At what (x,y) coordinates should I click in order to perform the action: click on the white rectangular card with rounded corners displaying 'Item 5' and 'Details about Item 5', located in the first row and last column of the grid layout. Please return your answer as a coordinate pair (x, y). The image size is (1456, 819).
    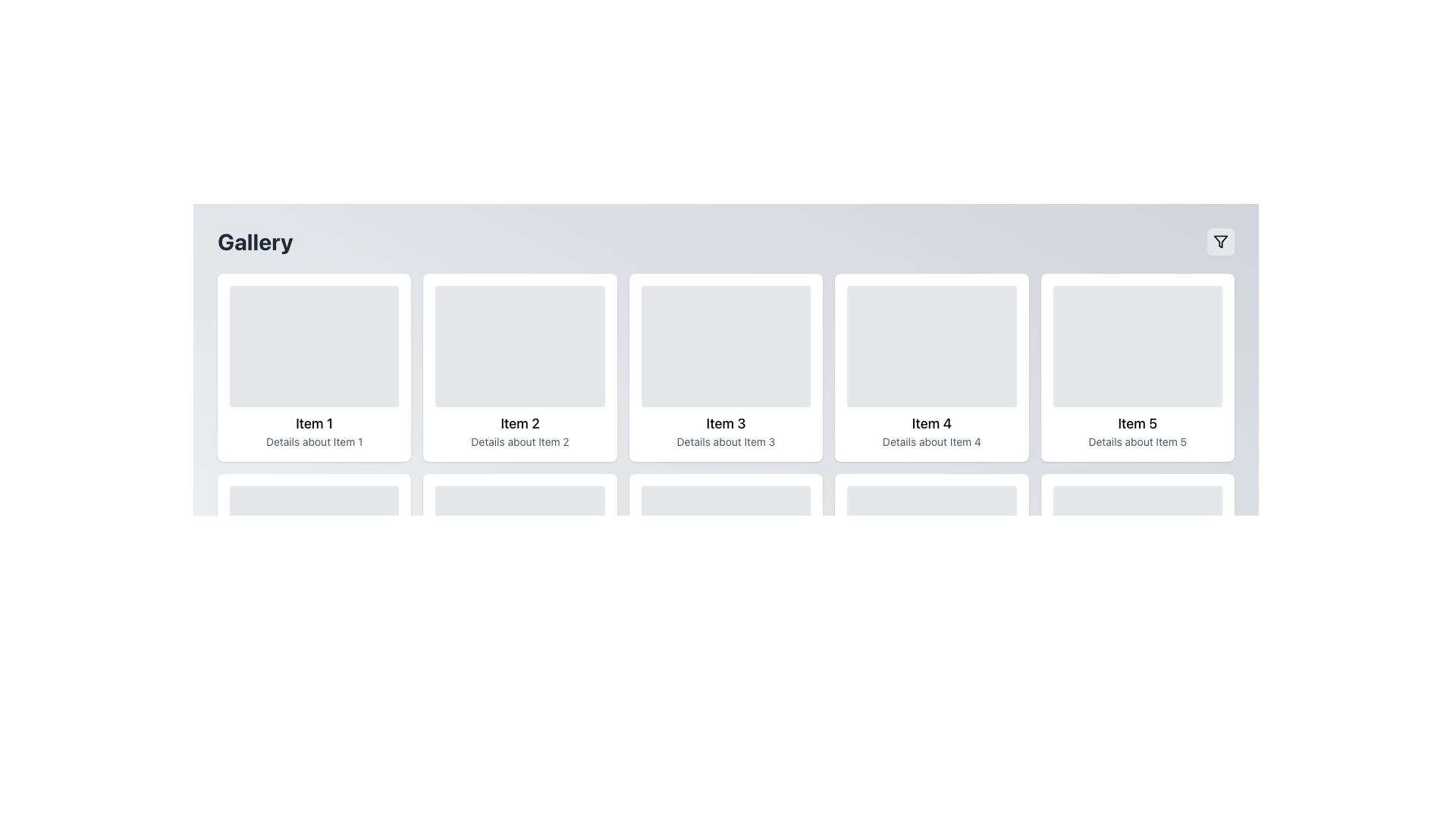
    Looking at the image, I should click on (1137, 368).